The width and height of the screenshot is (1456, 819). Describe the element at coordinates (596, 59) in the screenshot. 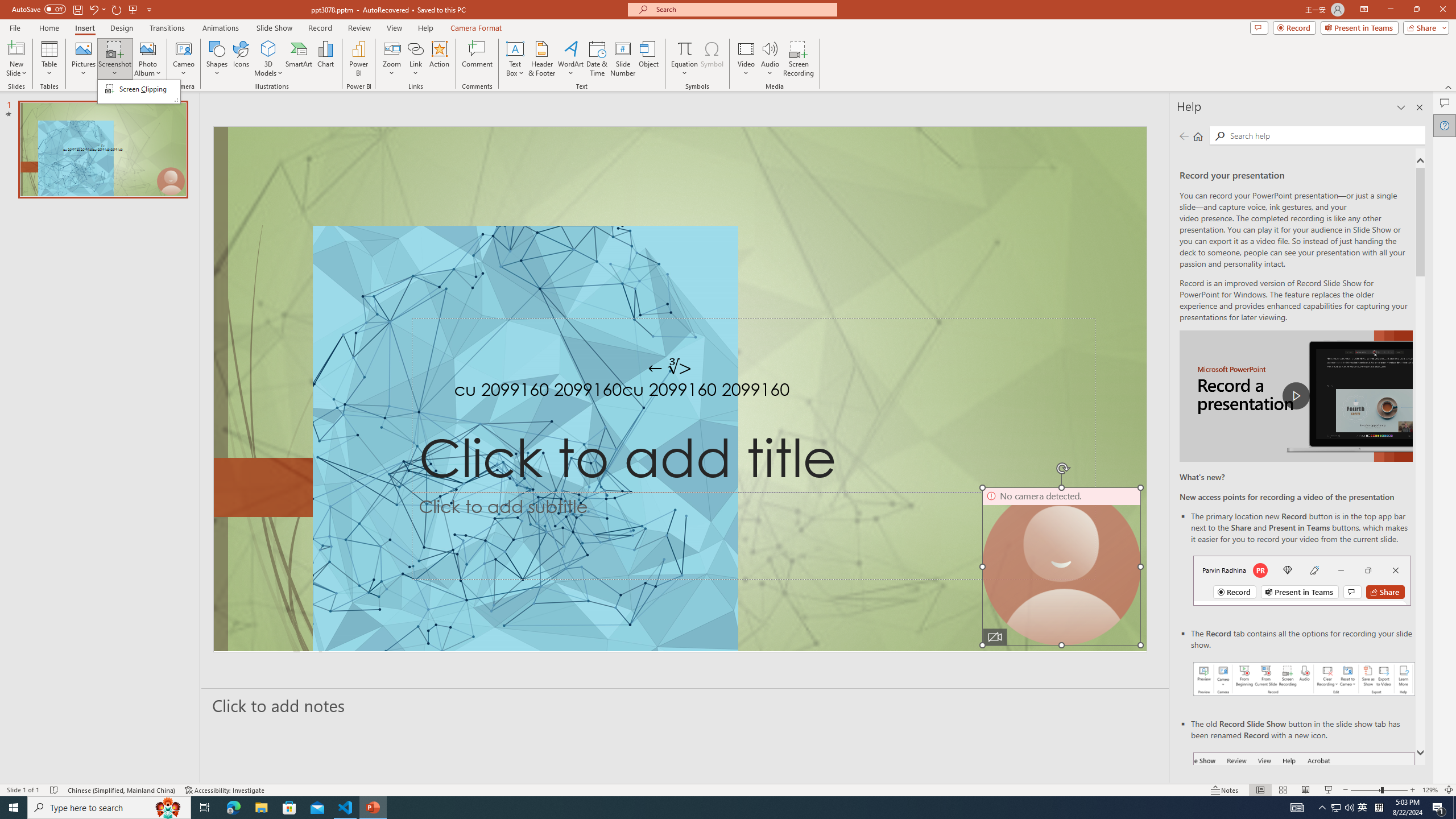

I see `'Date & Time...'` at that location.